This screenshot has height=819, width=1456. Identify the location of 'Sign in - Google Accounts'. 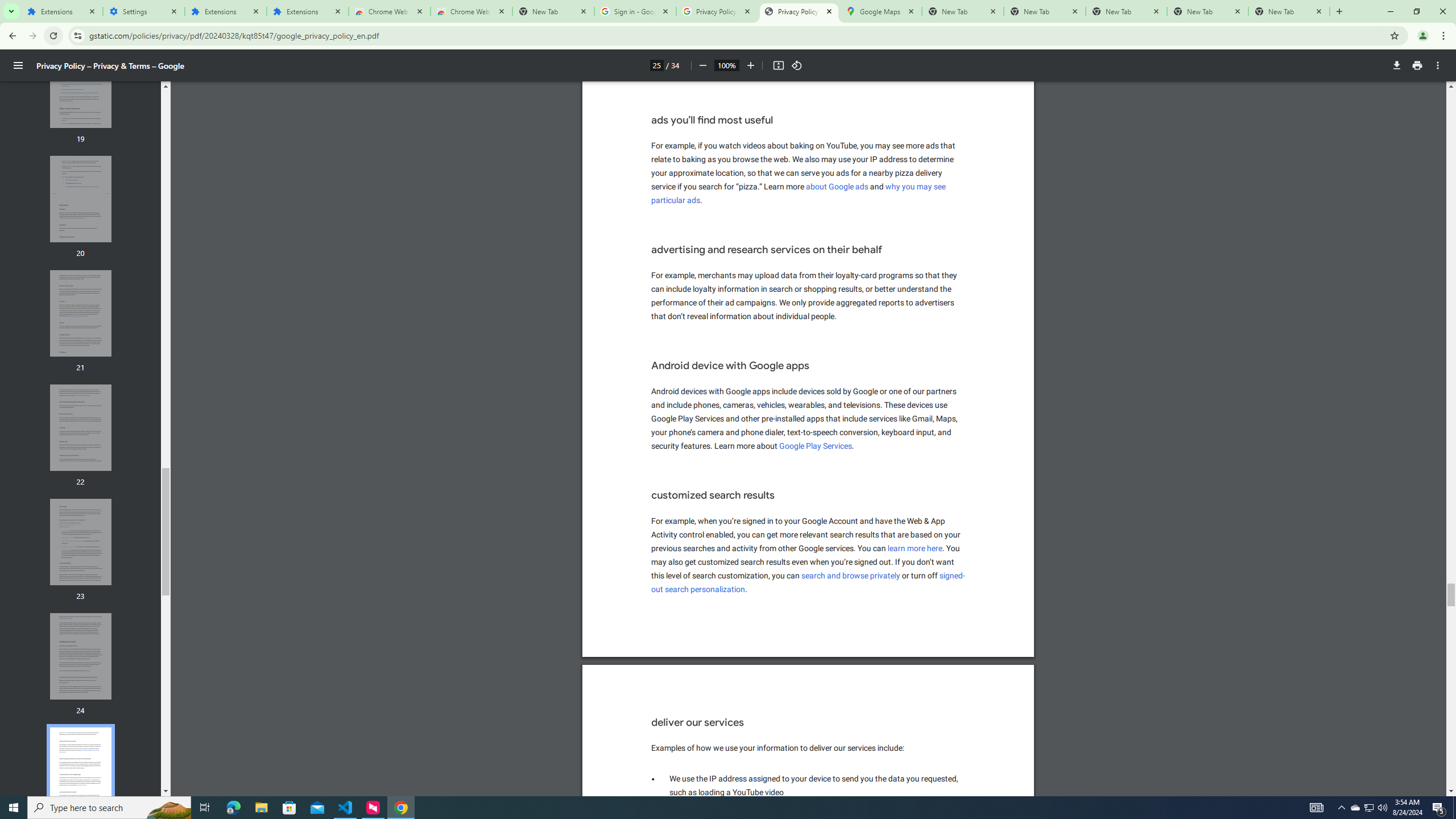
(635, 11).